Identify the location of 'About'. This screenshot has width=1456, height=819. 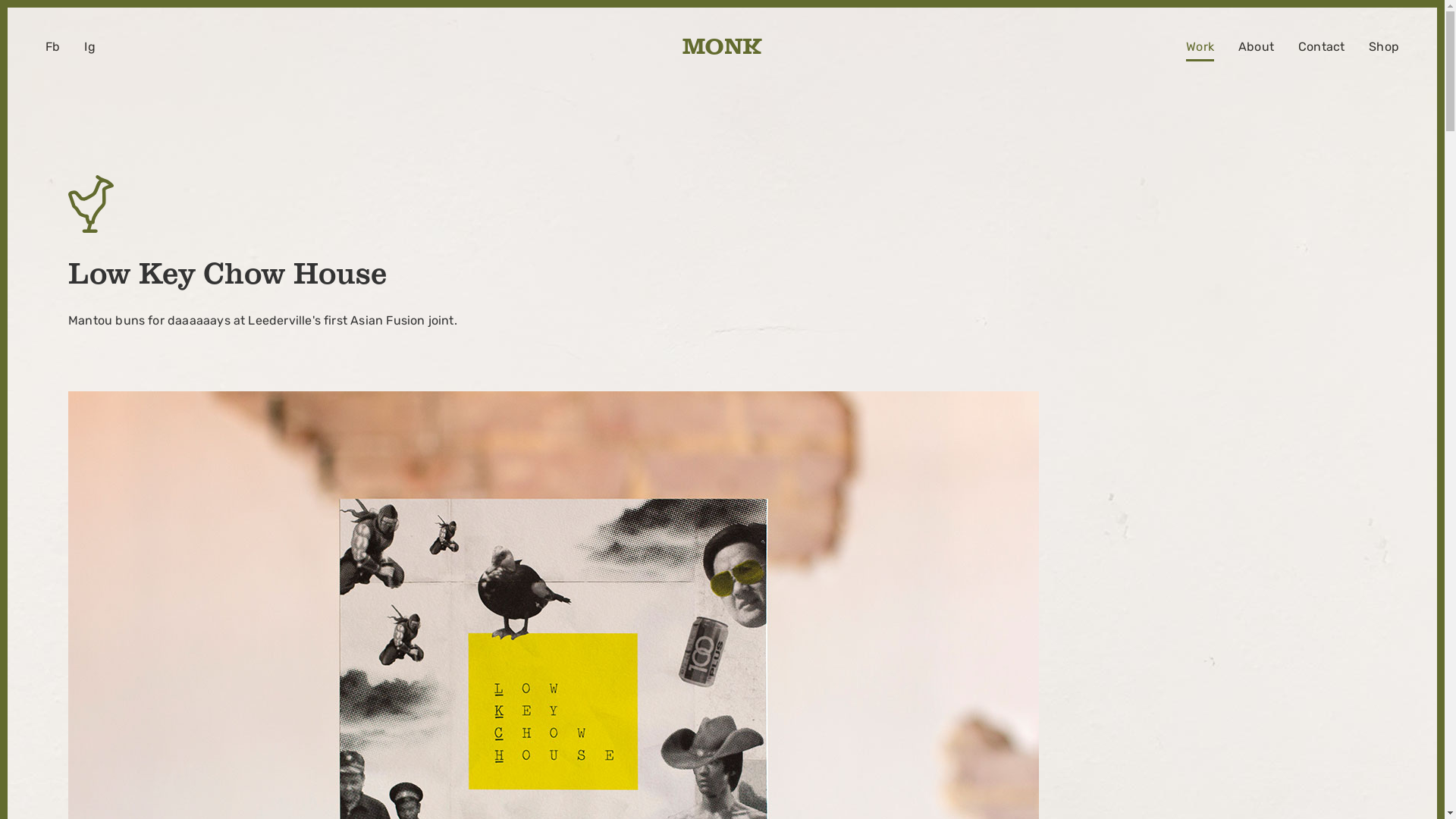
(1256, 49).